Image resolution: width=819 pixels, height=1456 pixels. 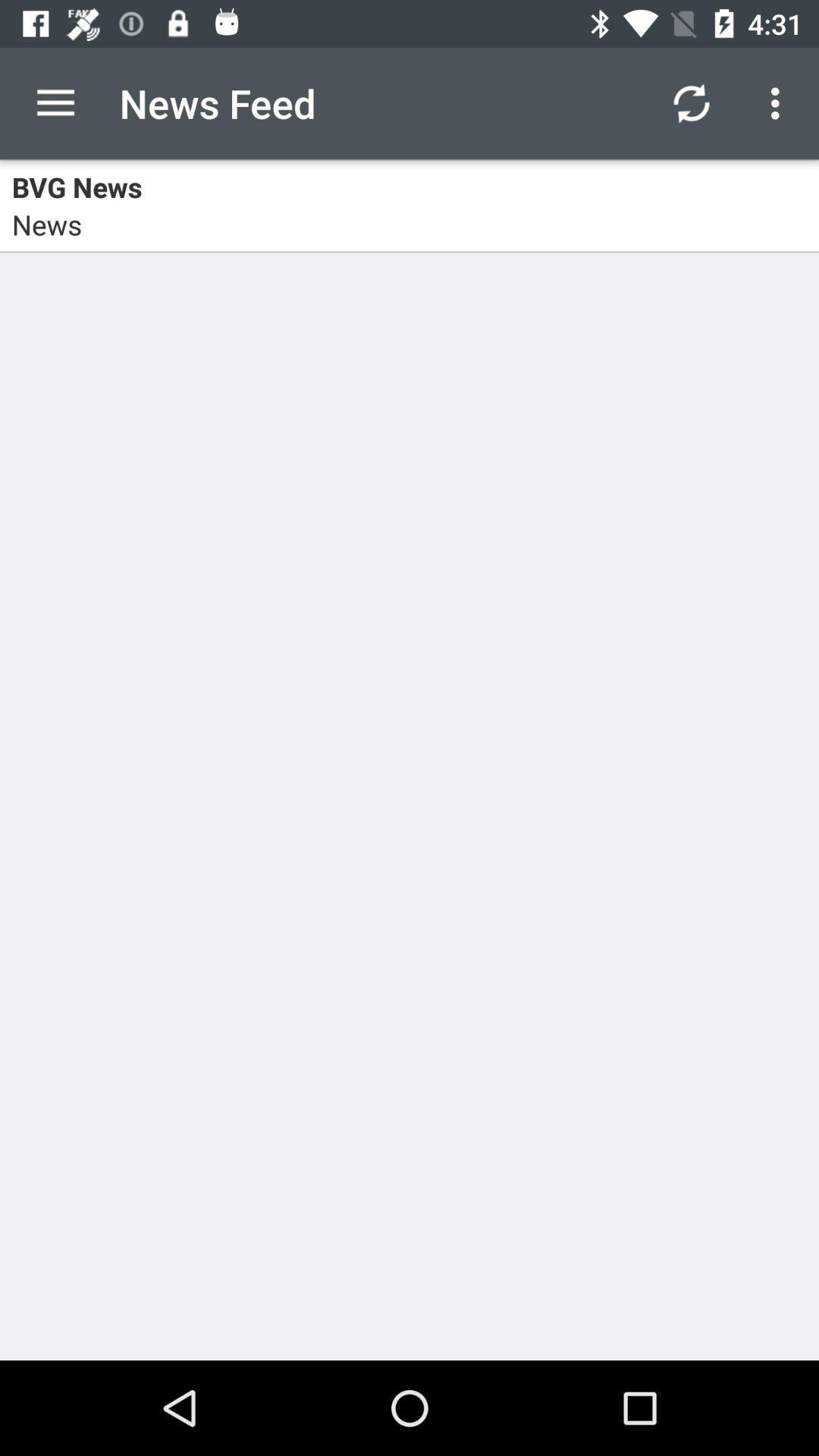 What do you see at coordinates (691, 102) in the screenshot?
I see `icon to the right of the news feed` at bounding box center [691, 102].